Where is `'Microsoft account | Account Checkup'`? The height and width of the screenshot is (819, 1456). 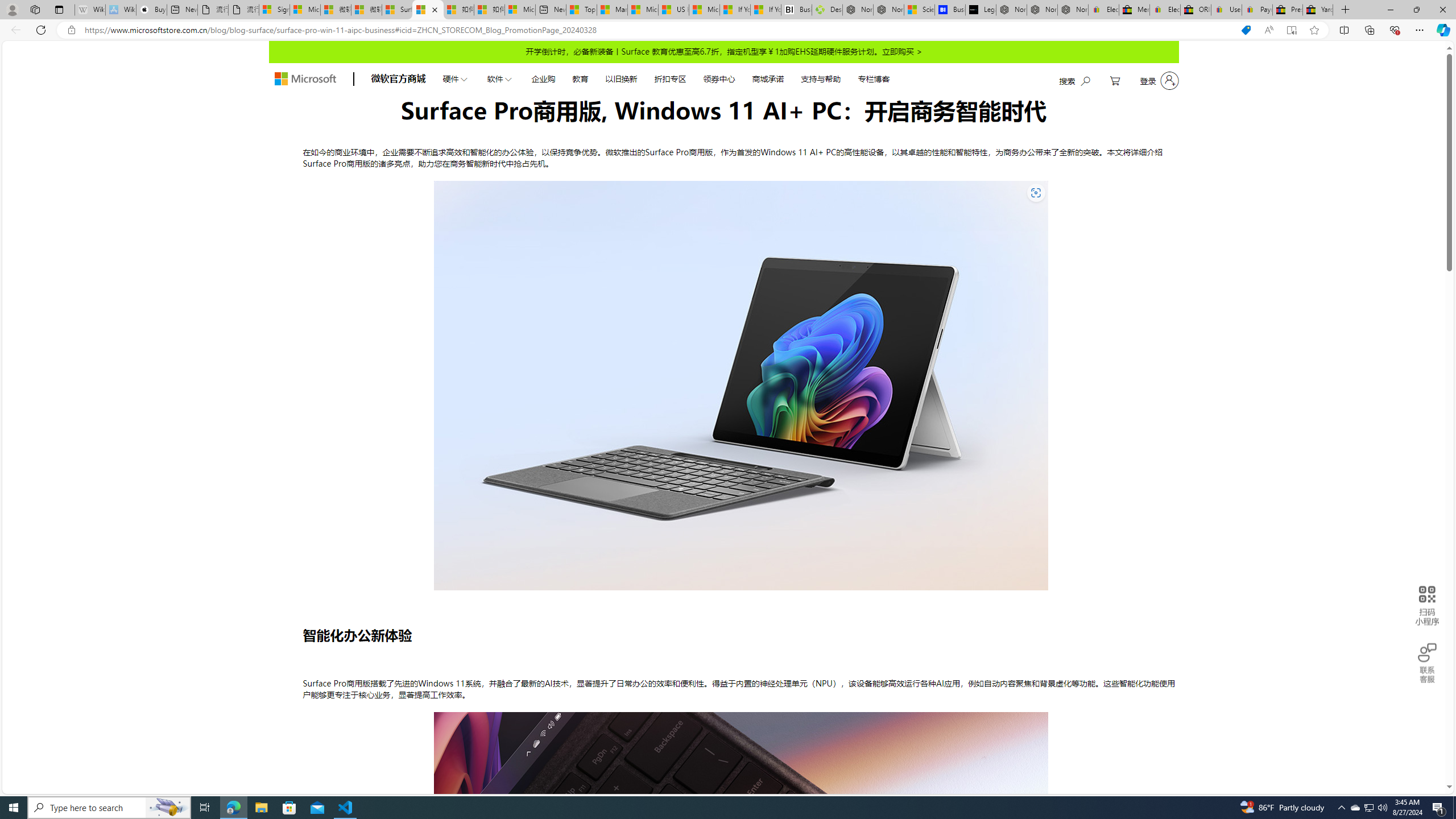
'Microsoft account | Account Checkup' is located at coordinates (519, 9).